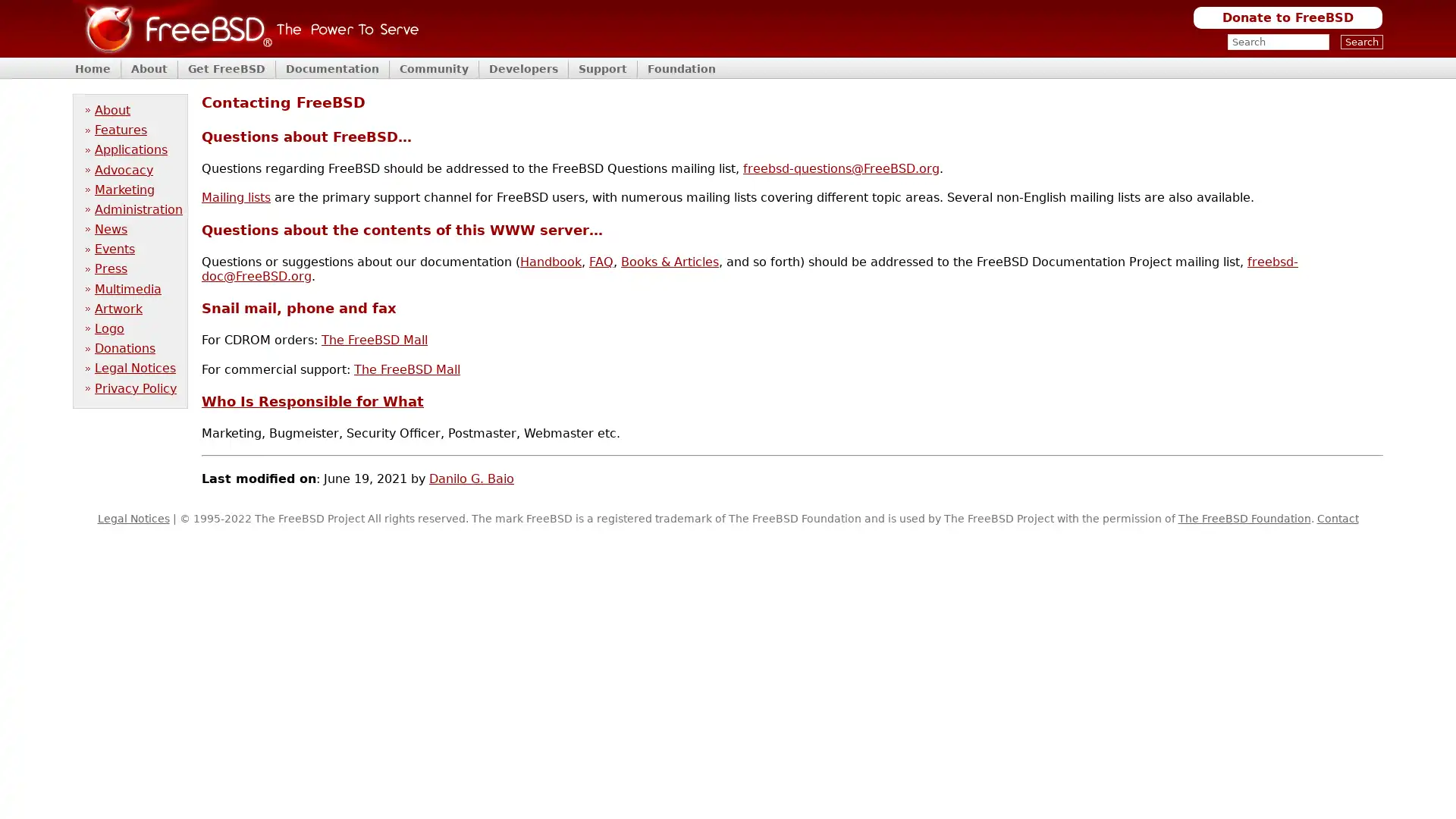 The width and height of the screenshot is (1456, 819). I want to click on Search, so click(1361, 41).